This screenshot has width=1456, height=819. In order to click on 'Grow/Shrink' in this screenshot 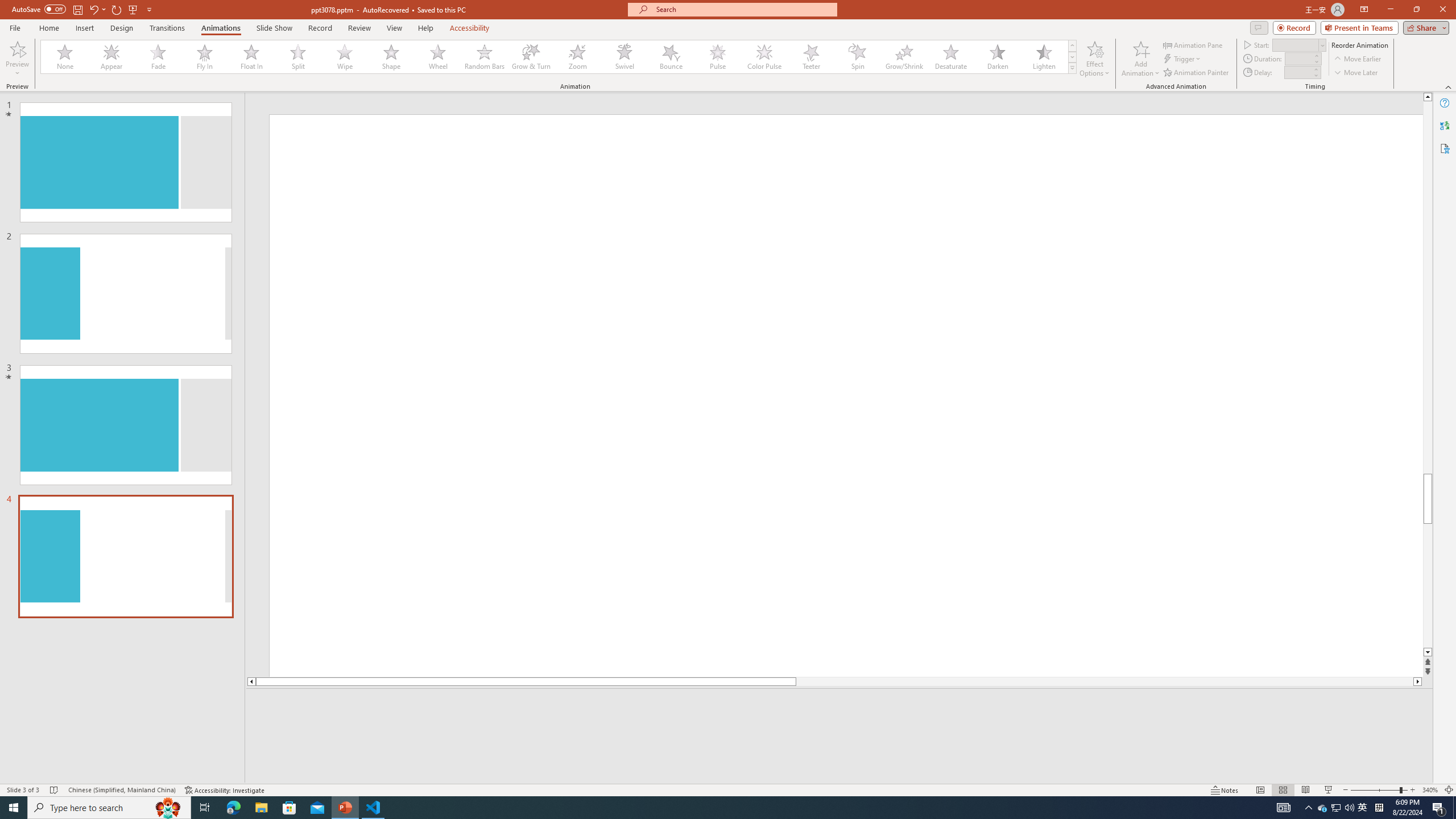, I will do `click(904, 56)`.